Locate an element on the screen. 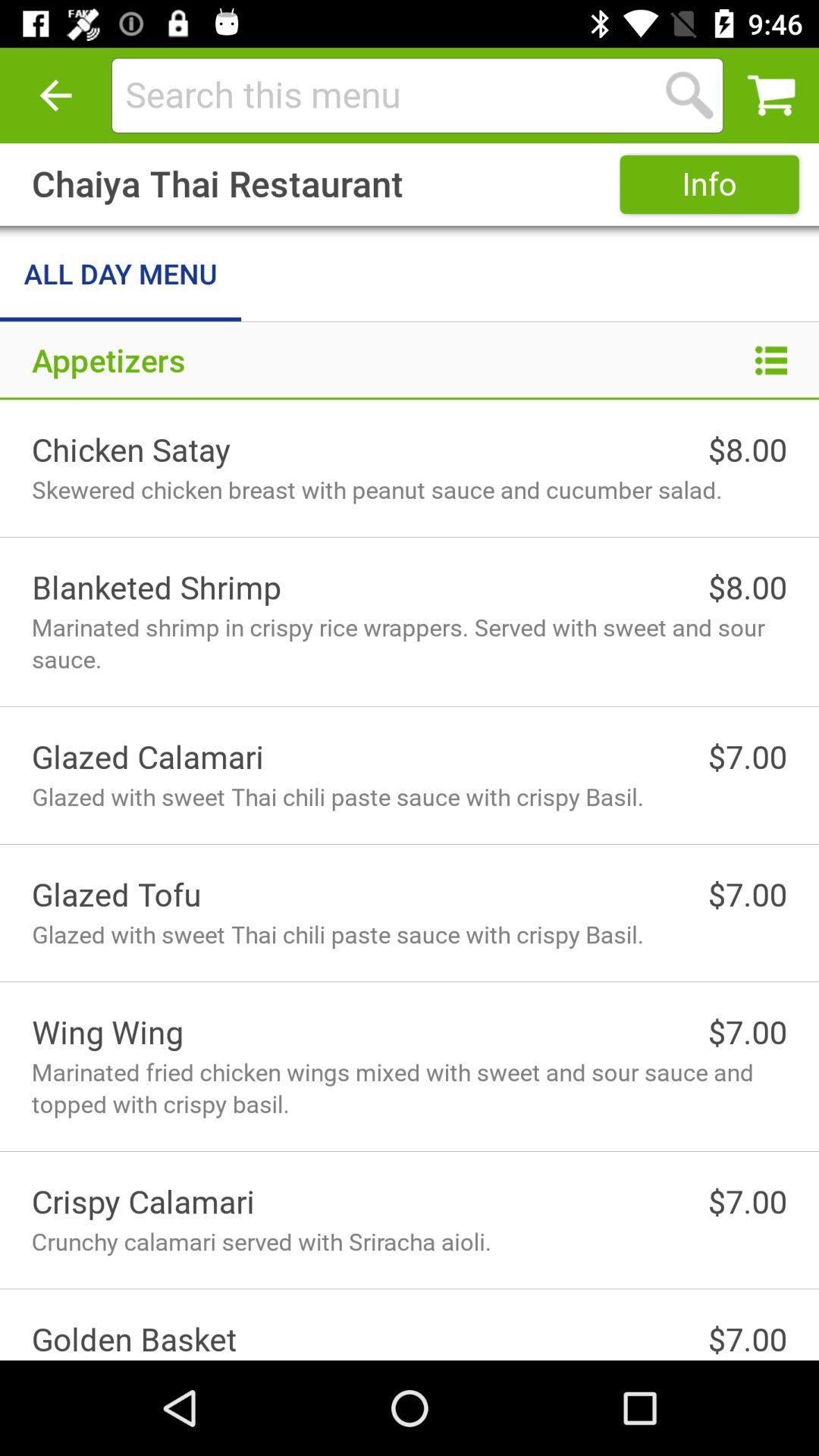  the green color button under cart icon is located at coordinates (710, 184).